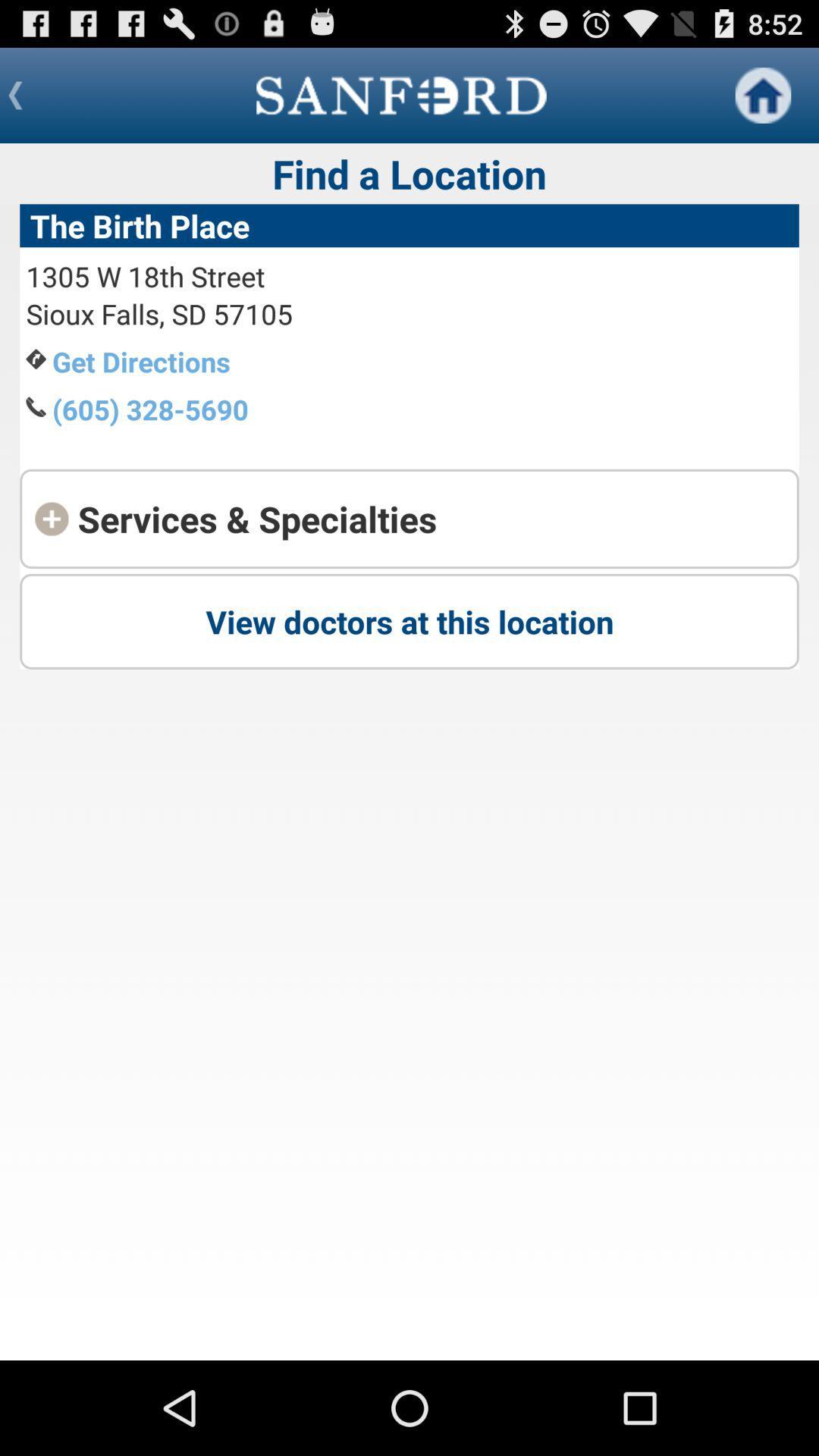 The height and width of the screenshot is (1456, 819). What do you see at coordinates (141, 360) in the screenshot?
I see `get directions app` at bounding box center [141, 360].